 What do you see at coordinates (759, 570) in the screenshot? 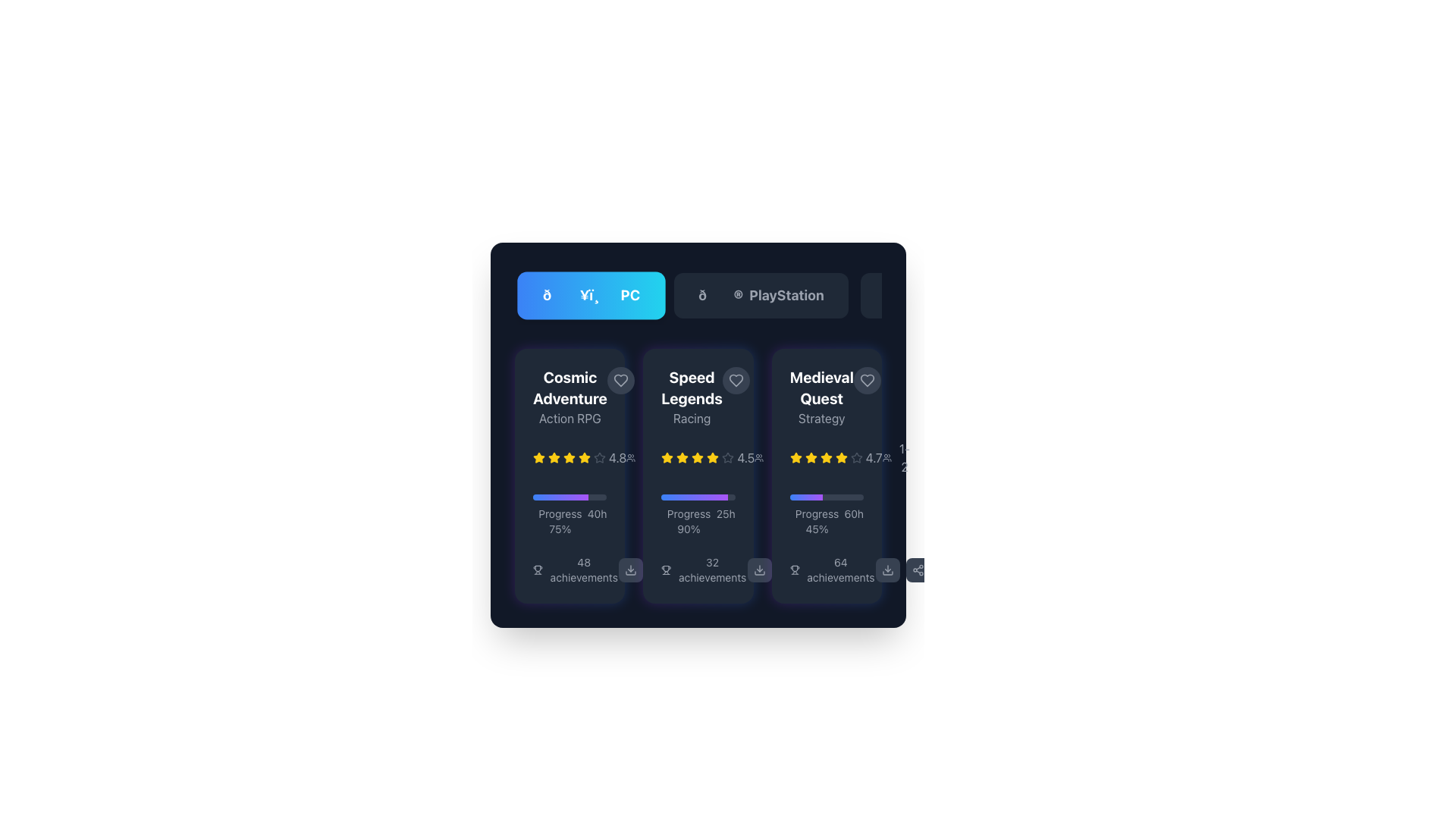
I see `the download button, which is a small circular icon resembling a downward arrow within a rounded rectangle button` at bounding box center [759, 570].